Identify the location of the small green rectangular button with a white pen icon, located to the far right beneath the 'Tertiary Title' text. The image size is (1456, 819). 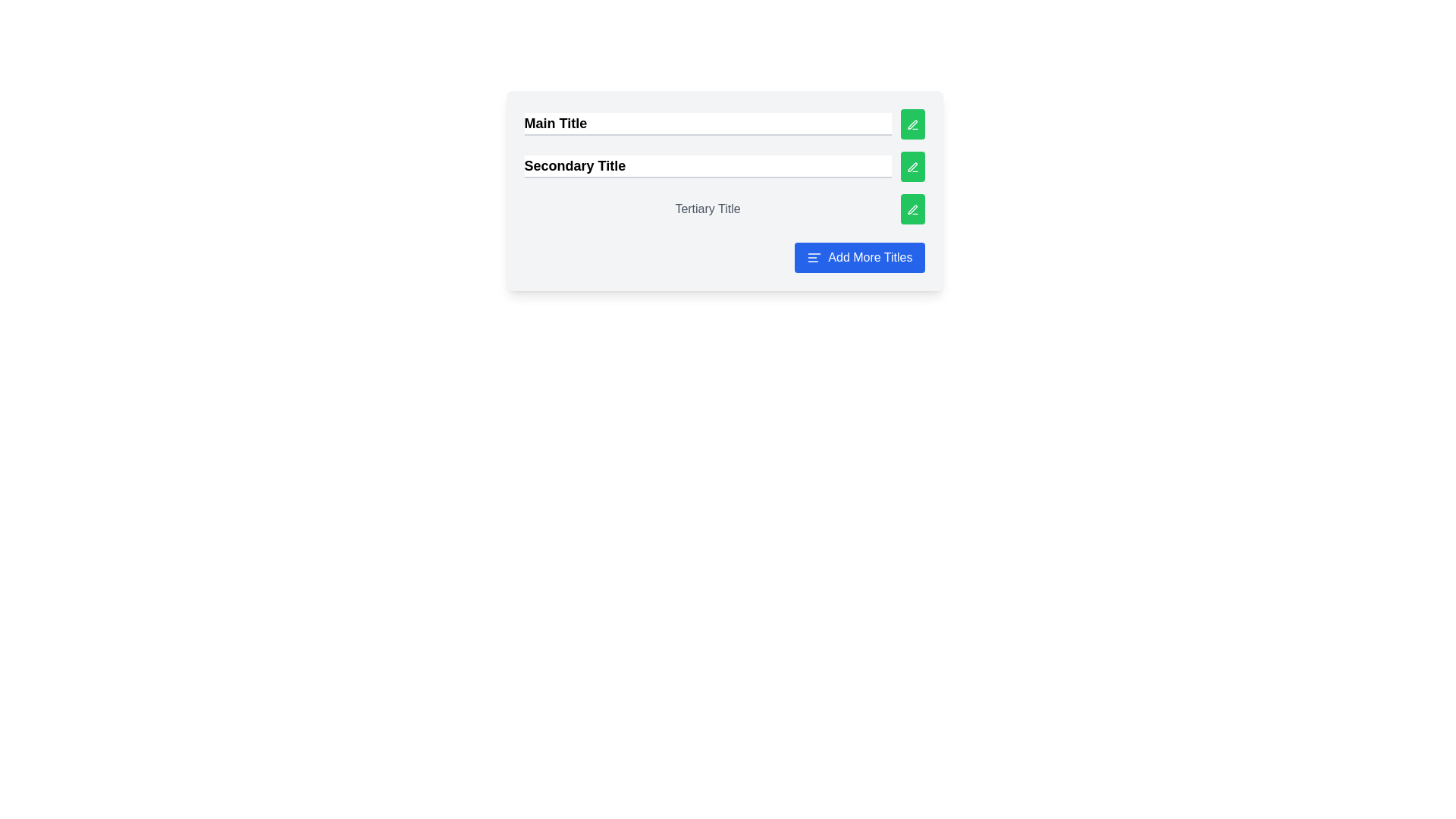
(912, 209).